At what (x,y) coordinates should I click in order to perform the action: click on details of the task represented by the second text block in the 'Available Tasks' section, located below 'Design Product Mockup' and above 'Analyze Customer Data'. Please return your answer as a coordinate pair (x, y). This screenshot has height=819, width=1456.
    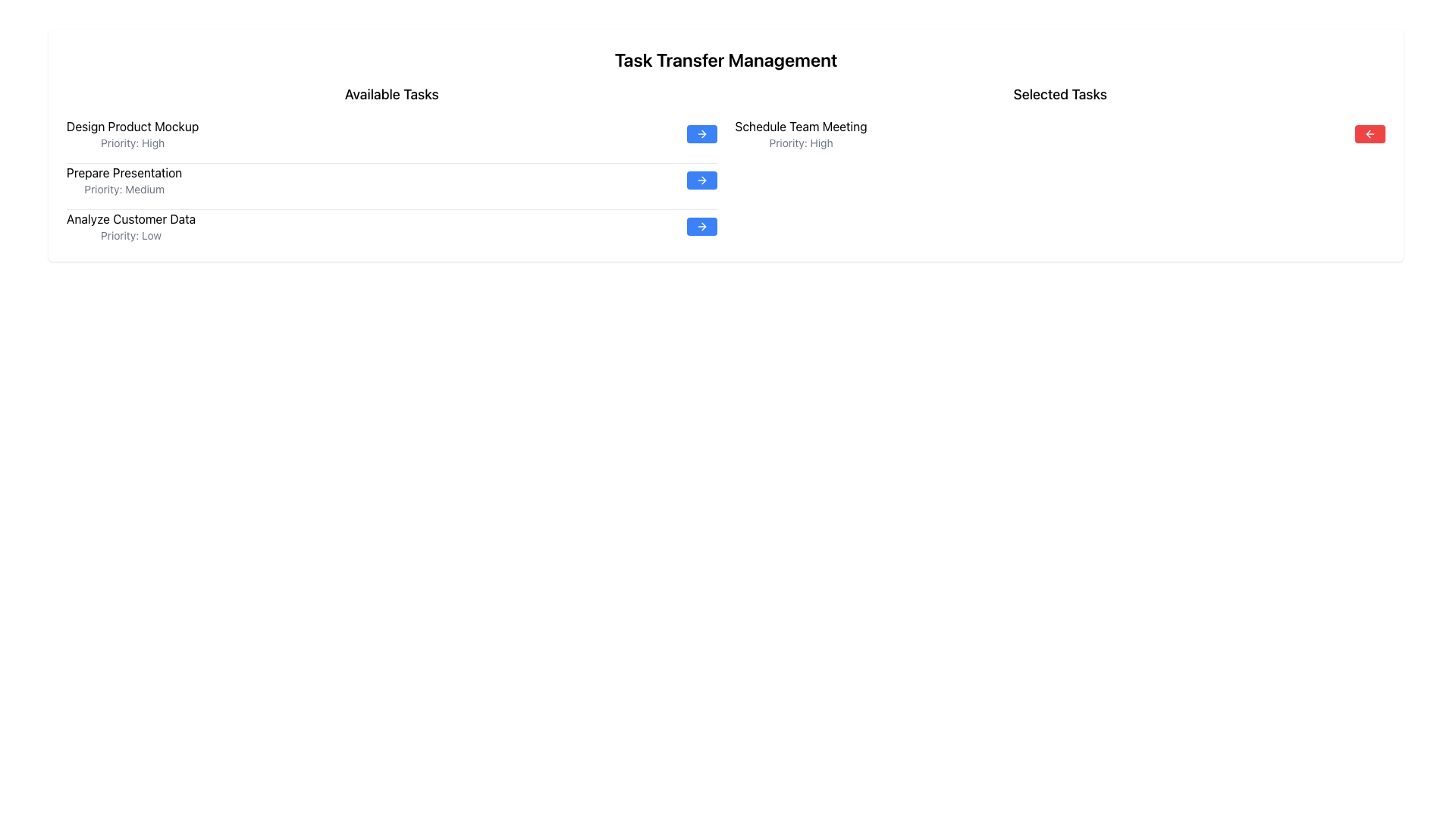
    Looking at the image, I should click on (124, 180).